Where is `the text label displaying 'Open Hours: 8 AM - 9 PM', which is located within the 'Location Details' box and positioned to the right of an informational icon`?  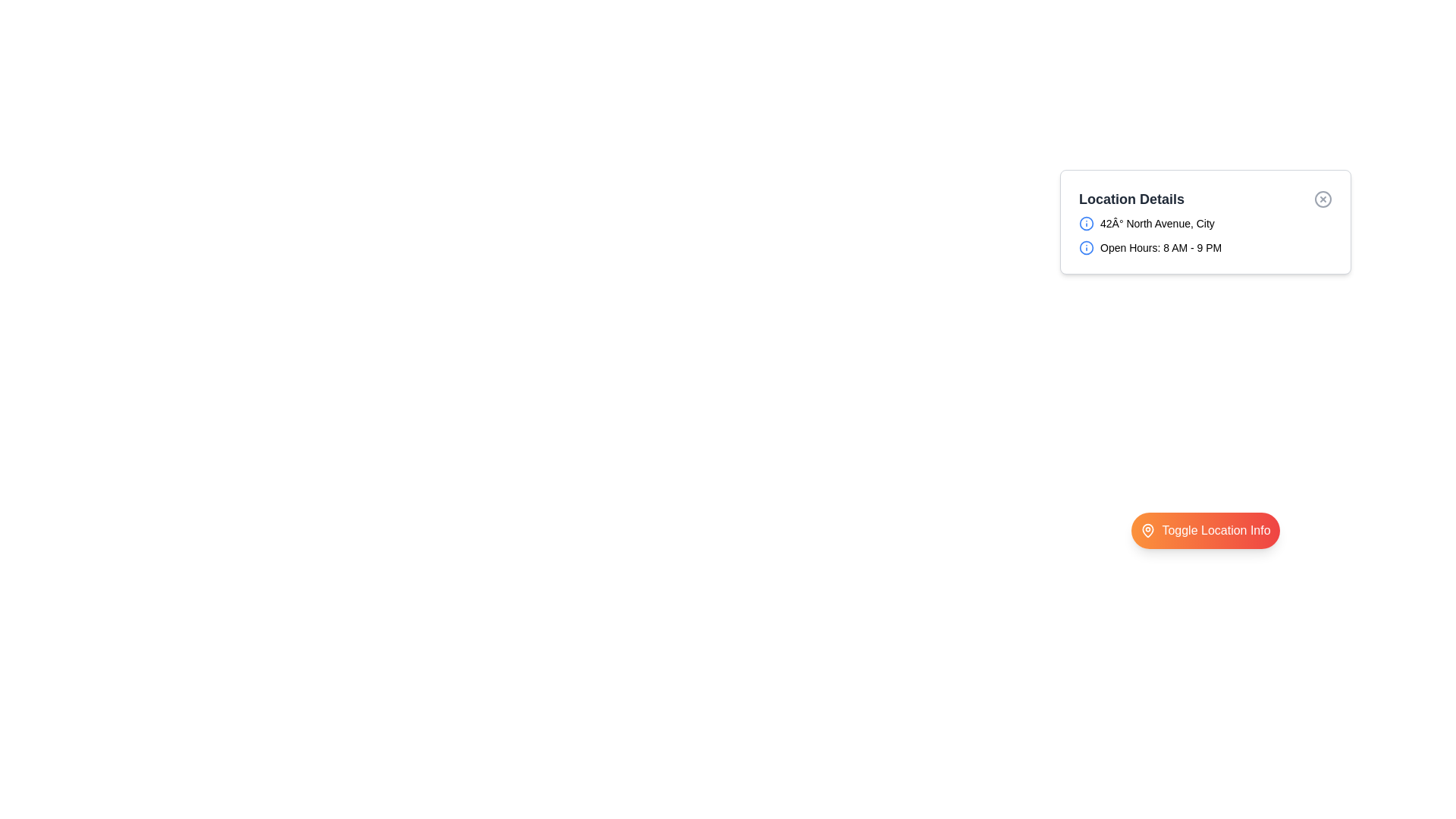 the text label displaying 'Open Hours: 8 AM - 9 PM', which is located within the 'Location Details' box and positioned to the right of an informational icon is located at coordinates (1160, 247).